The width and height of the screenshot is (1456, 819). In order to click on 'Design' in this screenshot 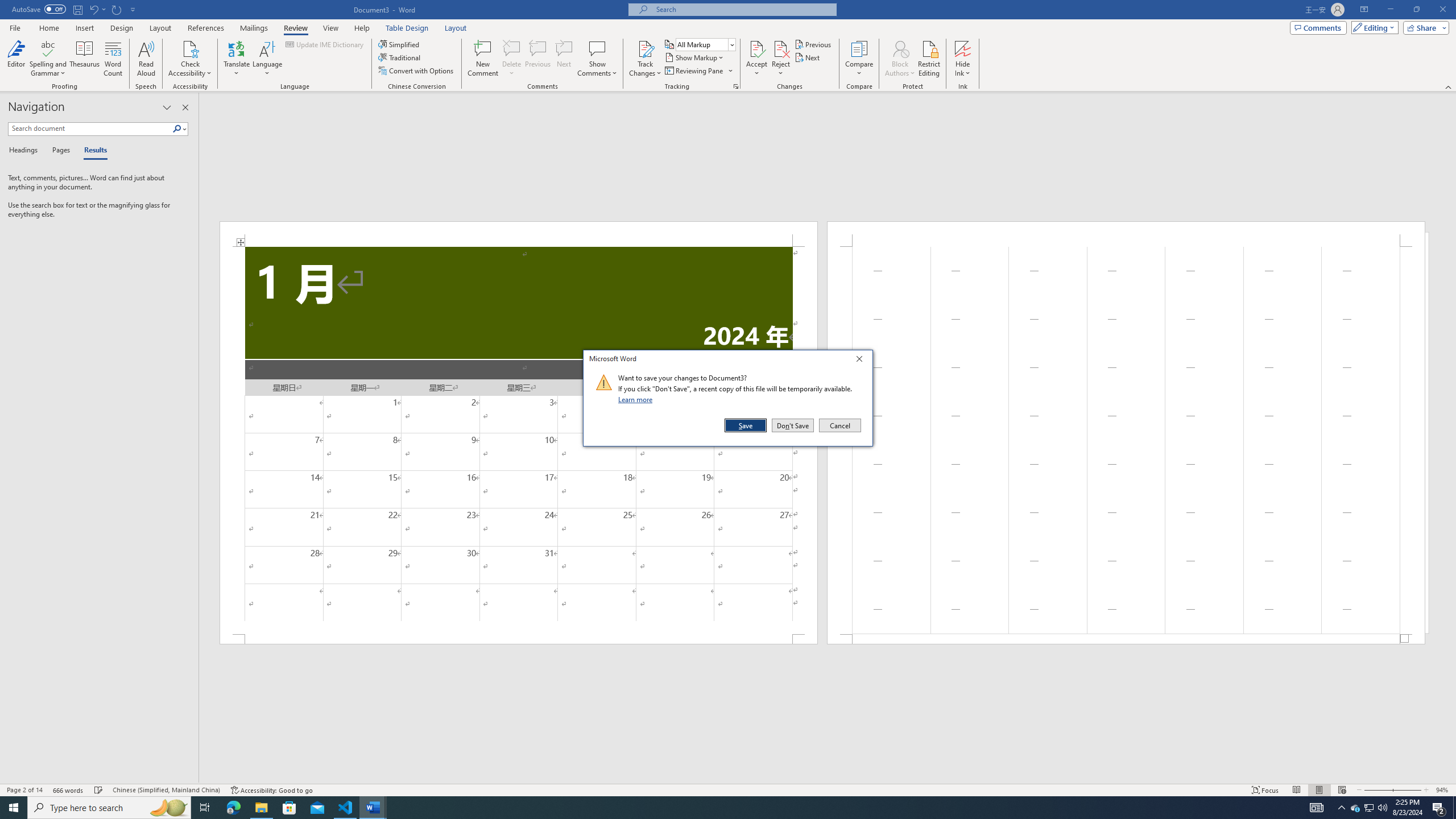, I will do `click(122, 28)`.